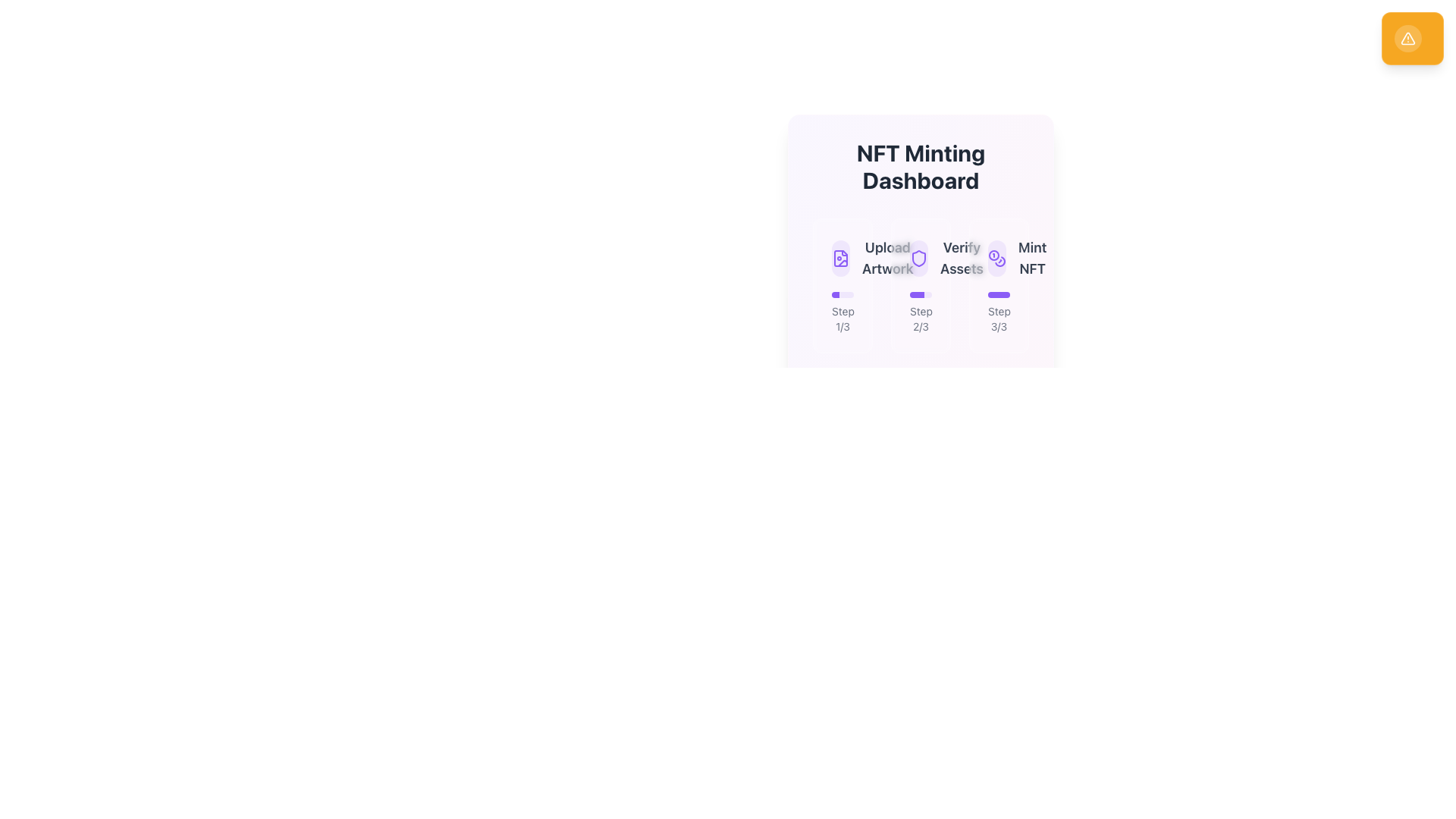 The image size is (1456, 819). I want to click on the first icon representing a file with an image, styled in a circular violet background, located in the 'NFT Minting Dashboard' section, so click(842, 257).